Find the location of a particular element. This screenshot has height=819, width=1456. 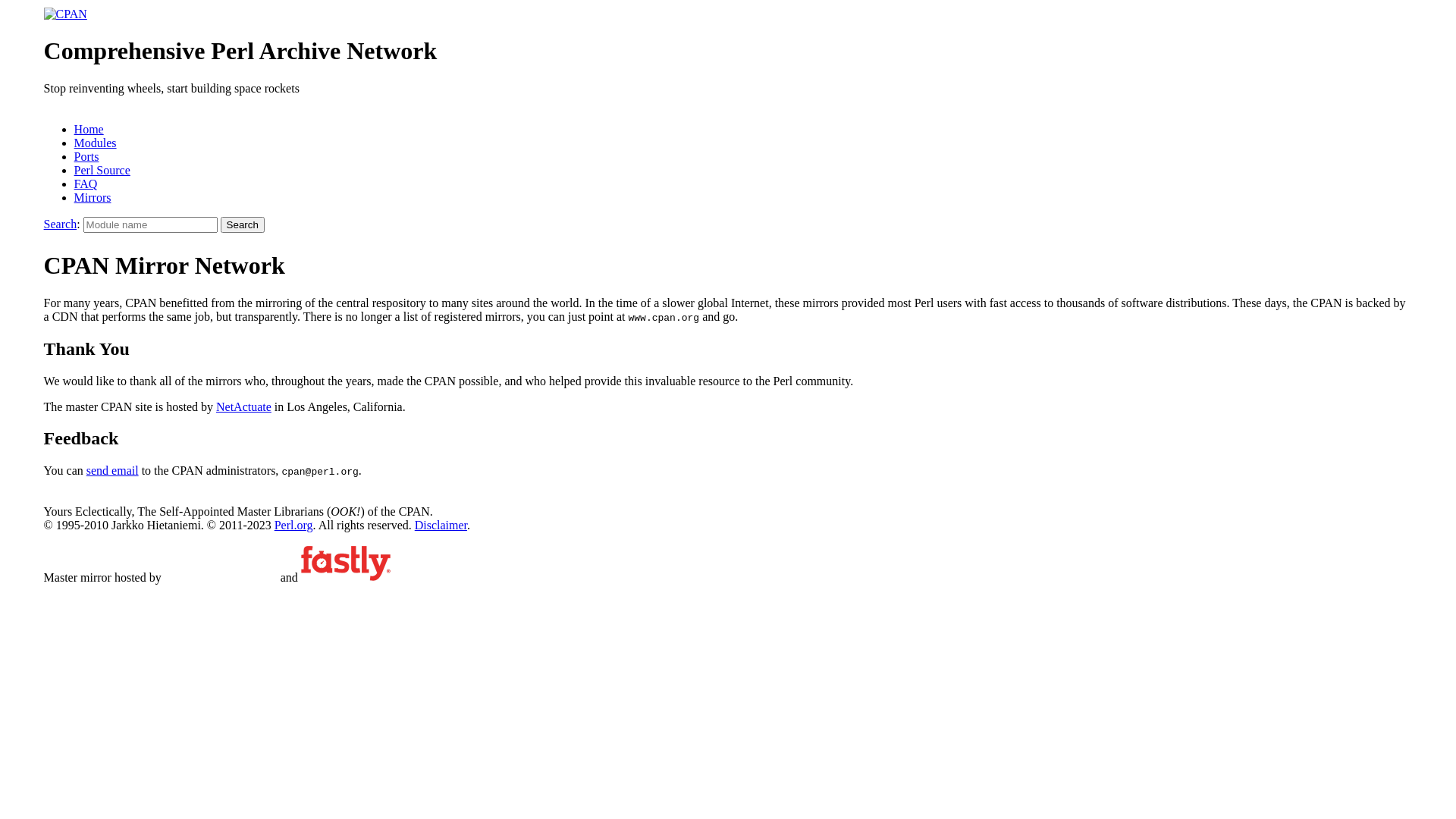

'NetActuate' is located at coordinates (243, 406).